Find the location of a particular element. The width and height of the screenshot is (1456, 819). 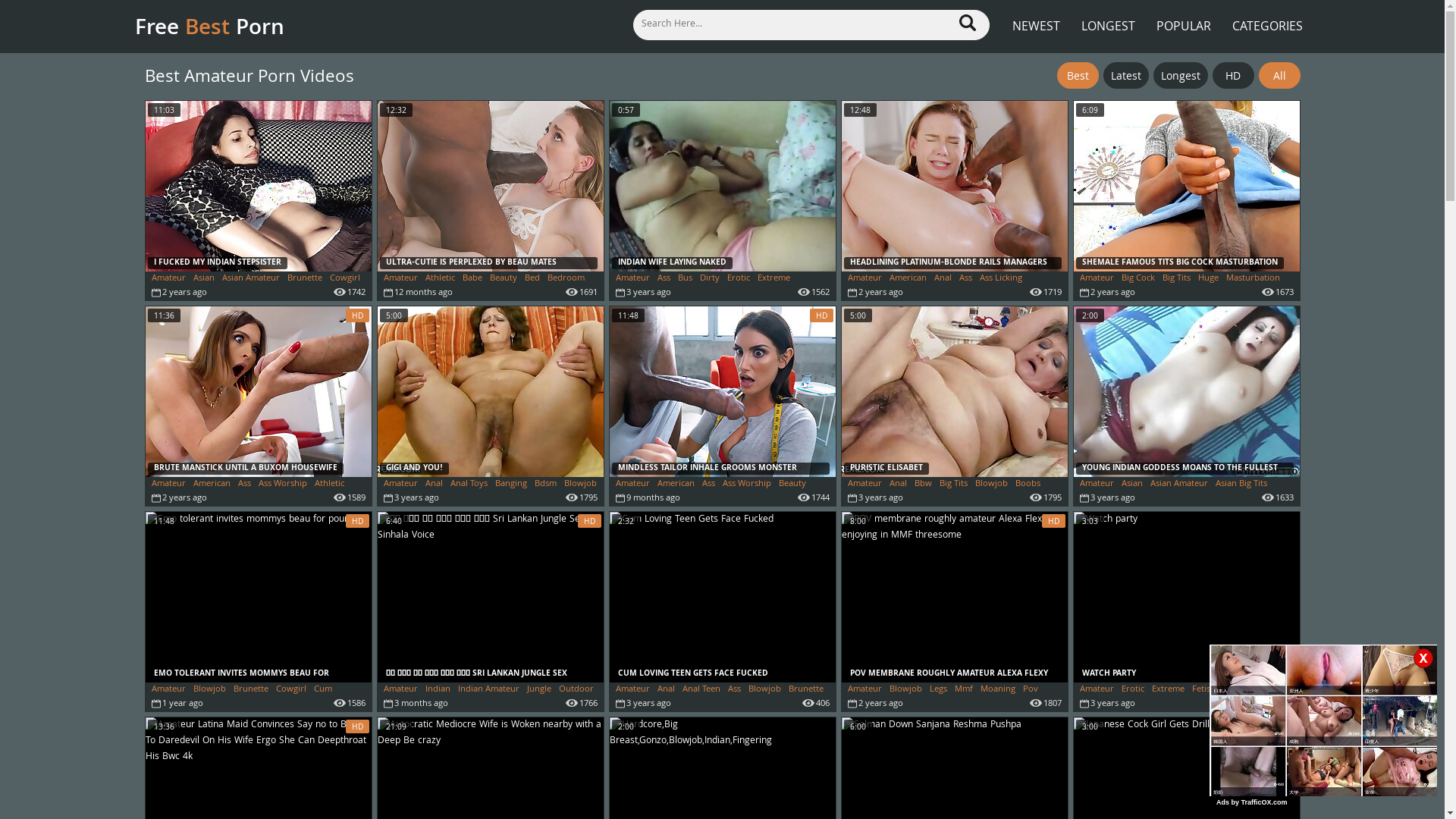

'Athletic' is located at coordinates (438, 278).